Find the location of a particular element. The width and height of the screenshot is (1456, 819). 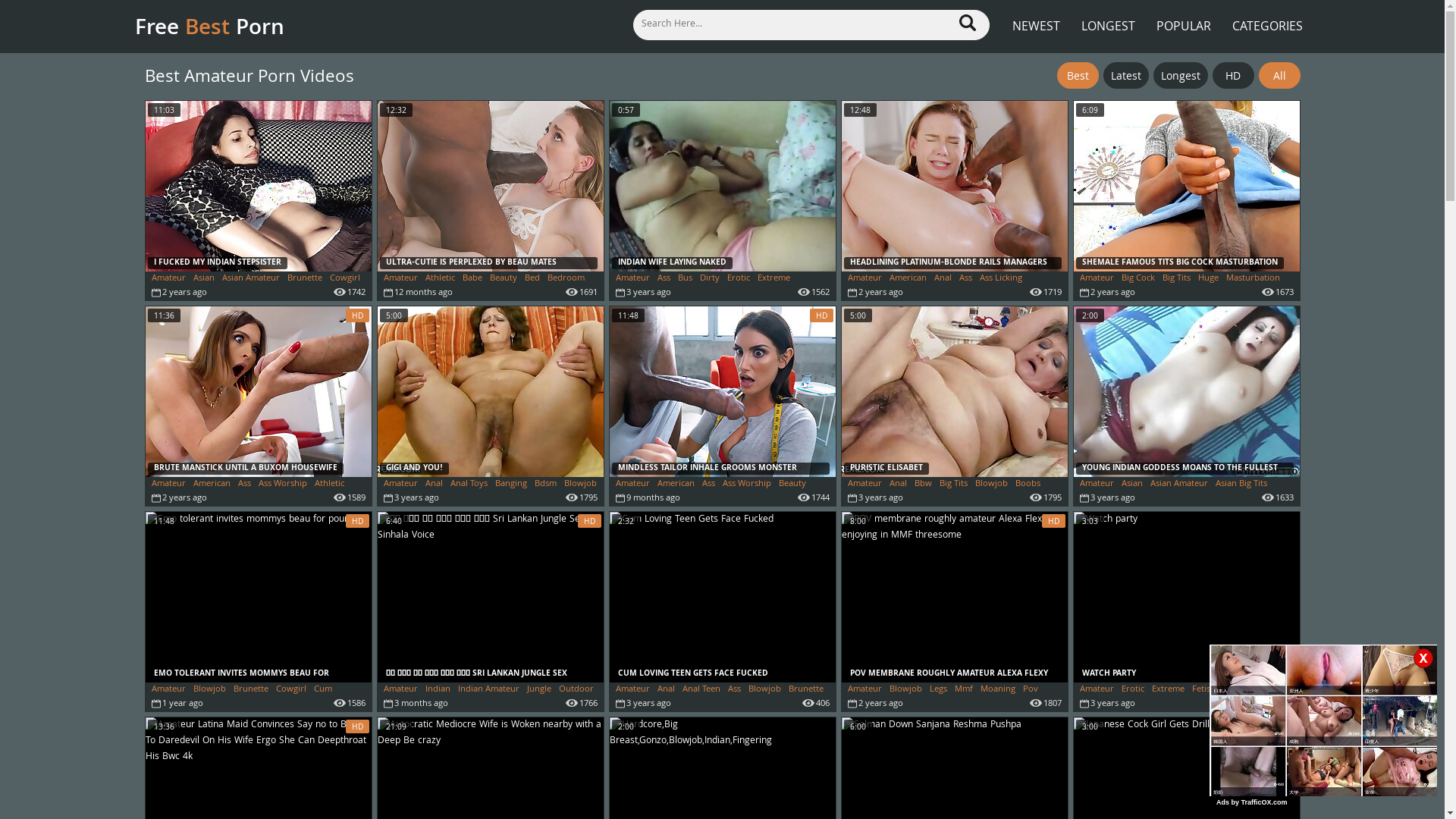

'Athletic' is located at coordinates (438, 278).